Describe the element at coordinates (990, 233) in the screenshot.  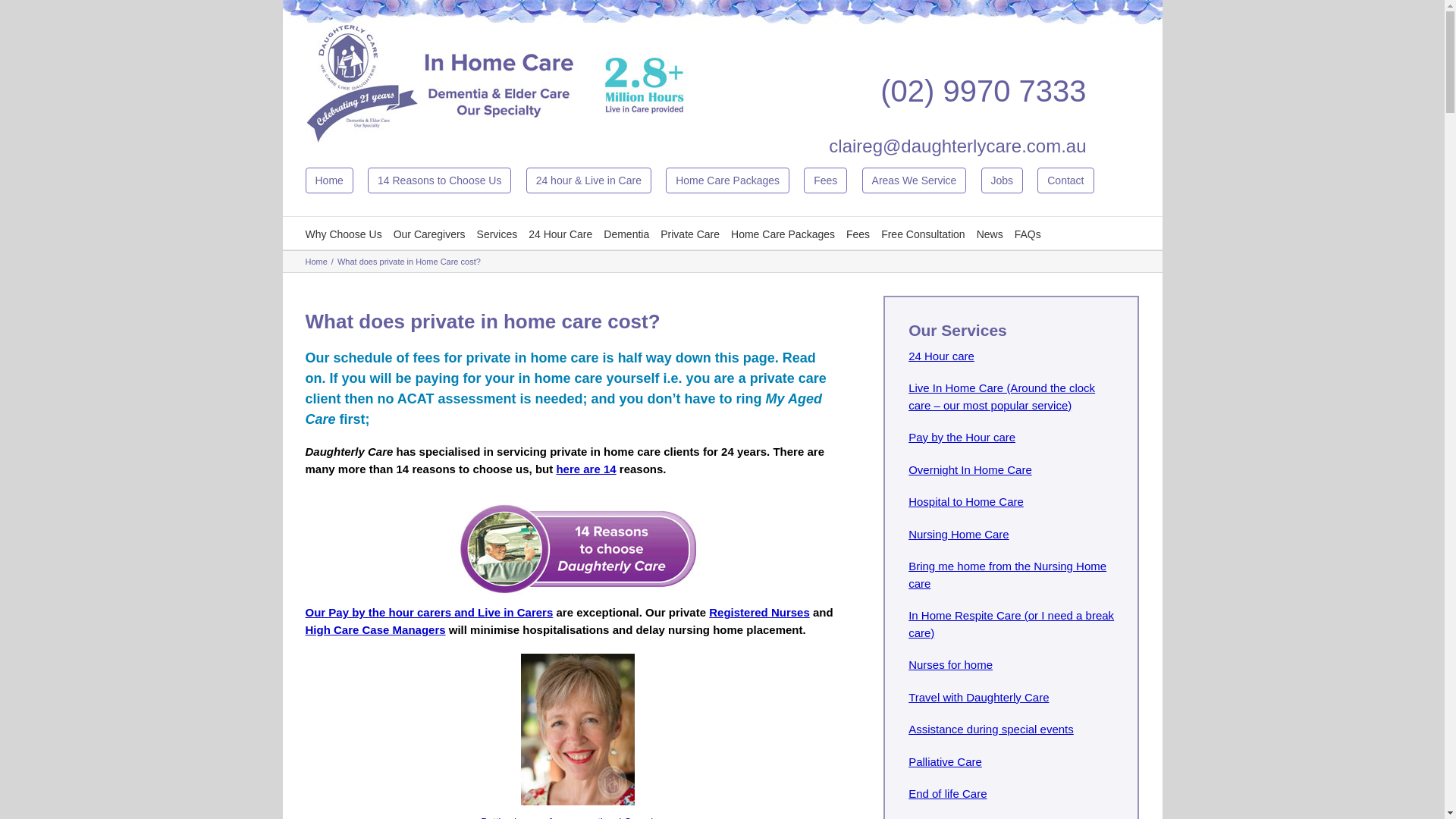
I see `'News'` at that location.